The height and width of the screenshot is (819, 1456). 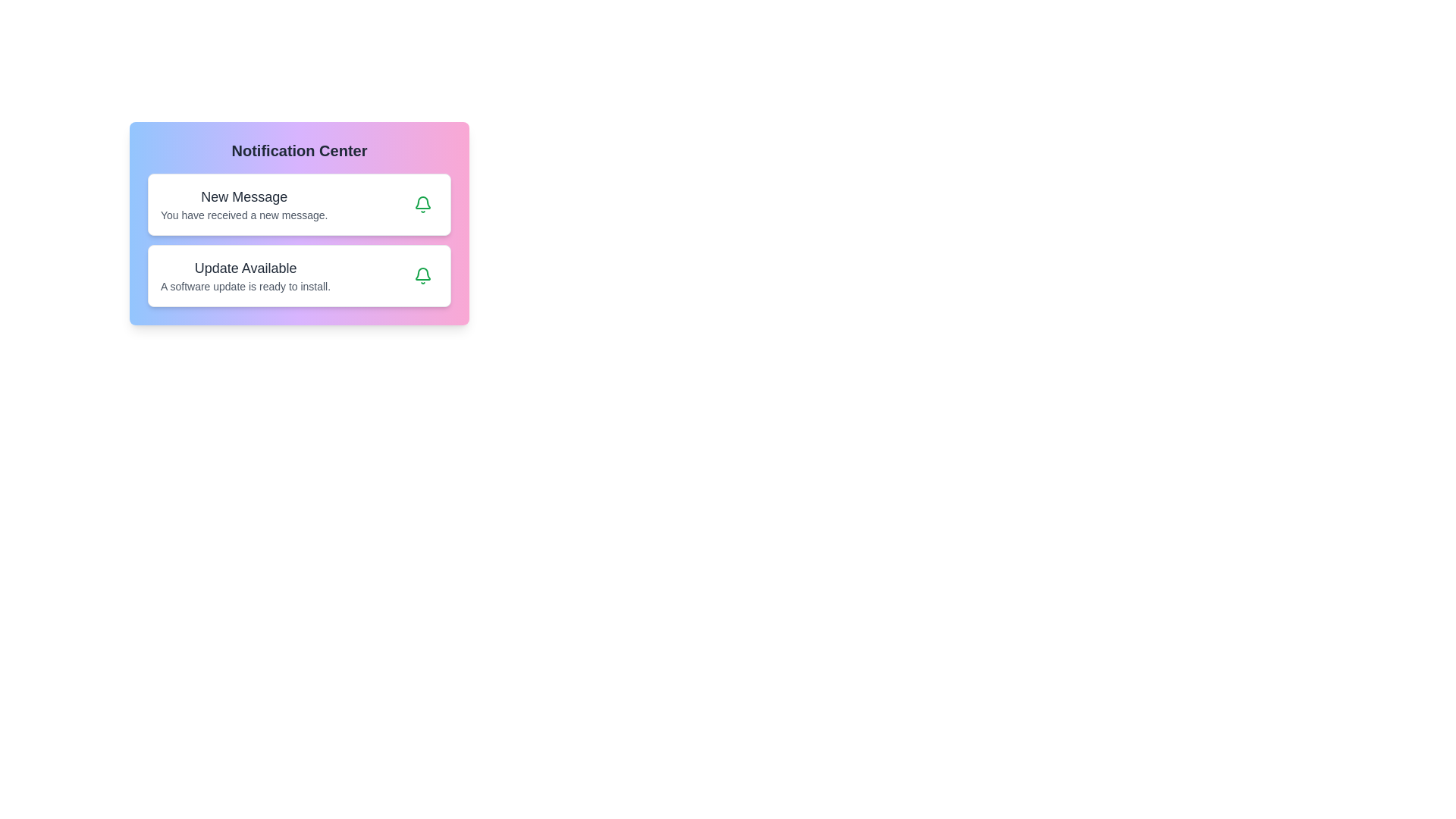 What do you see at coordinates (422, 275) in the screenshot?
I see `the green bell icon representing notifications, located in the notification area of the 'New Message' card` at bounding box center [422, 275].